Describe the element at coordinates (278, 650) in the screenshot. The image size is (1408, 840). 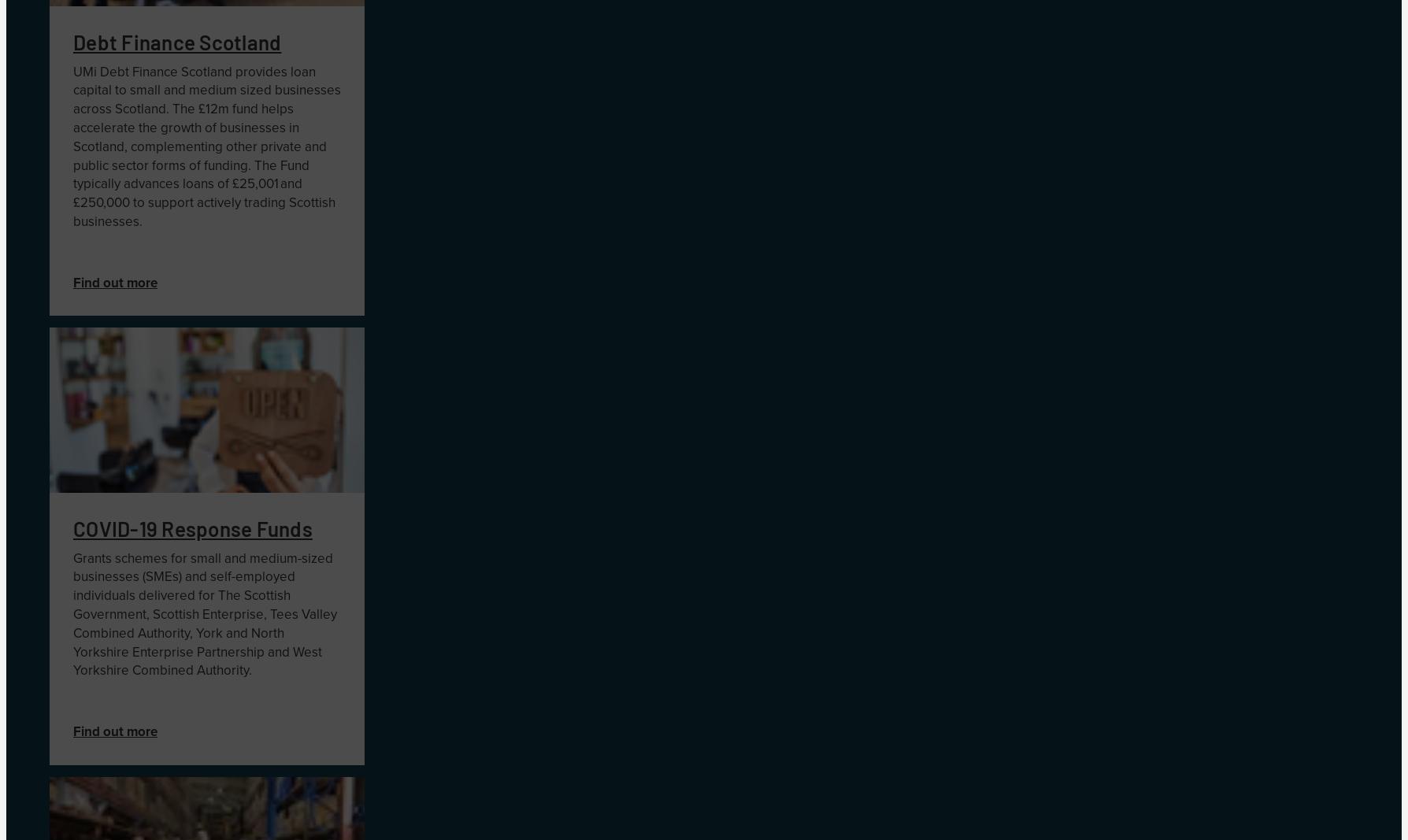
I see `'and'` at that location.